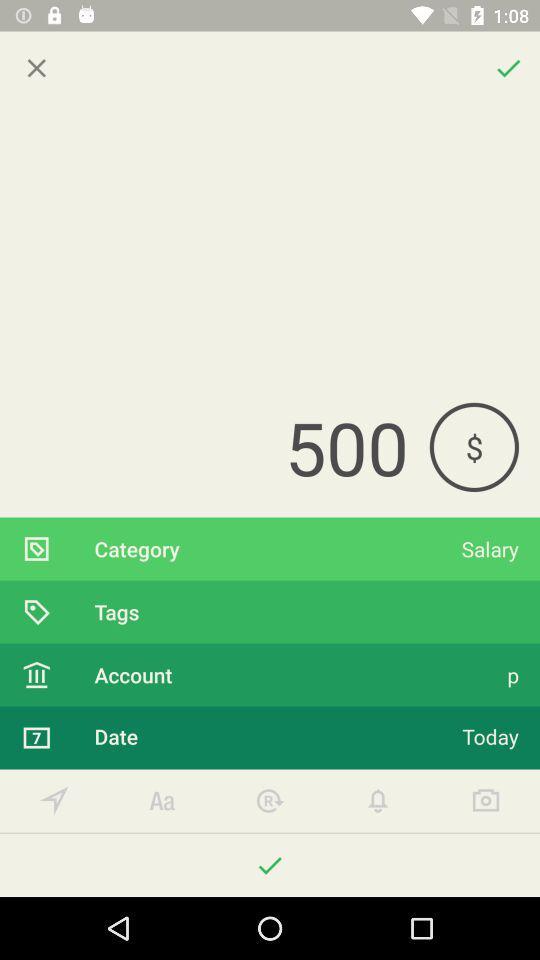 The height and width of the screenshot is (960, 540). I want to click on location services, so click(54, 801).